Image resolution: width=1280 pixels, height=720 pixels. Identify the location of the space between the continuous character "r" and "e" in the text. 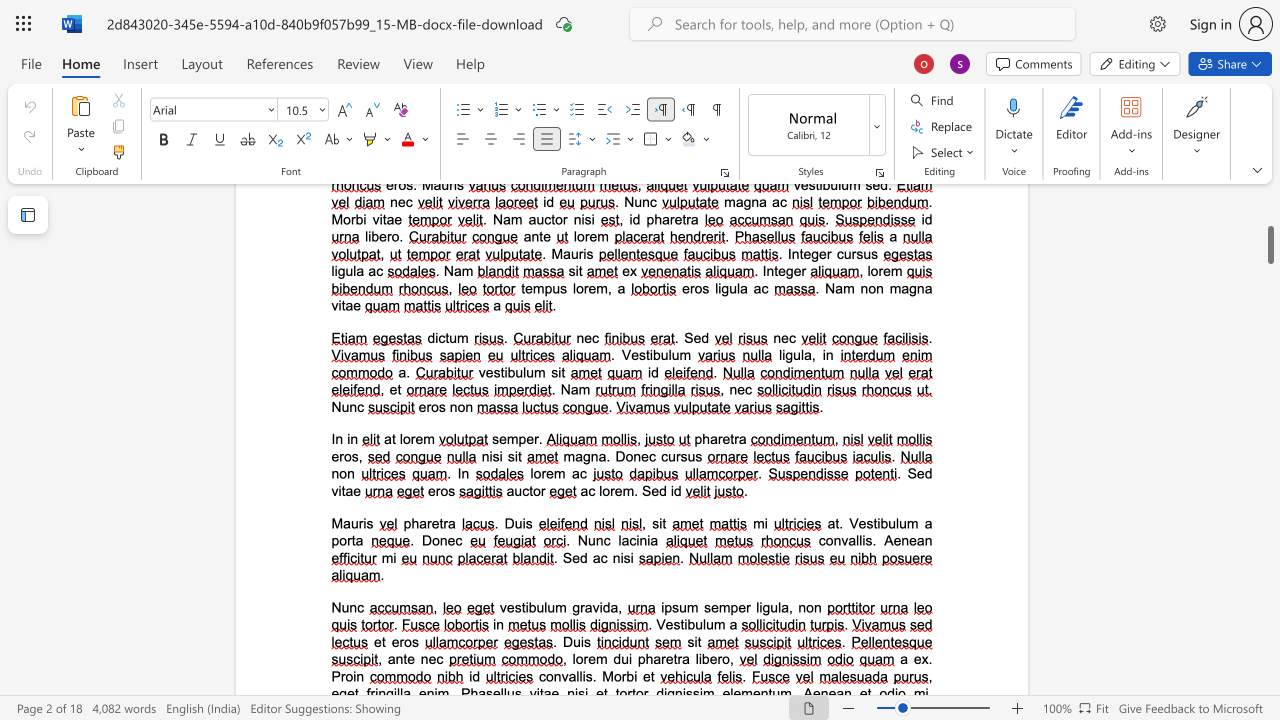
(431, 522).